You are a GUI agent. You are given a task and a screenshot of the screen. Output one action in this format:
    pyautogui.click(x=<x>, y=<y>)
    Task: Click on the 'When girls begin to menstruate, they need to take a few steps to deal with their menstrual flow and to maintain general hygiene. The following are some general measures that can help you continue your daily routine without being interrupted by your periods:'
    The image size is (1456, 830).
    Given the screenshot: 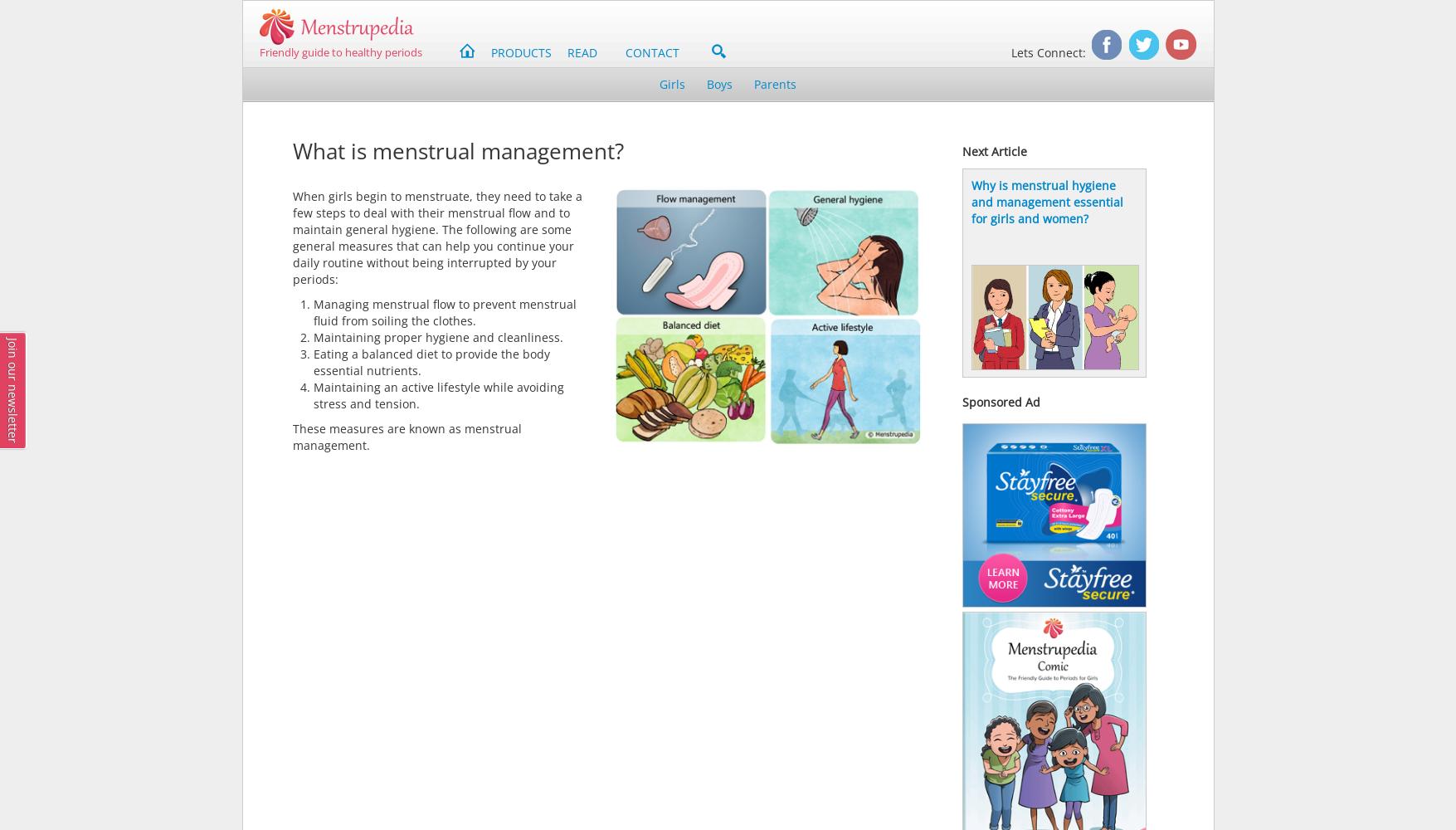 What is the action you would take?
    pyautogui.click(x=291, y=237)
    